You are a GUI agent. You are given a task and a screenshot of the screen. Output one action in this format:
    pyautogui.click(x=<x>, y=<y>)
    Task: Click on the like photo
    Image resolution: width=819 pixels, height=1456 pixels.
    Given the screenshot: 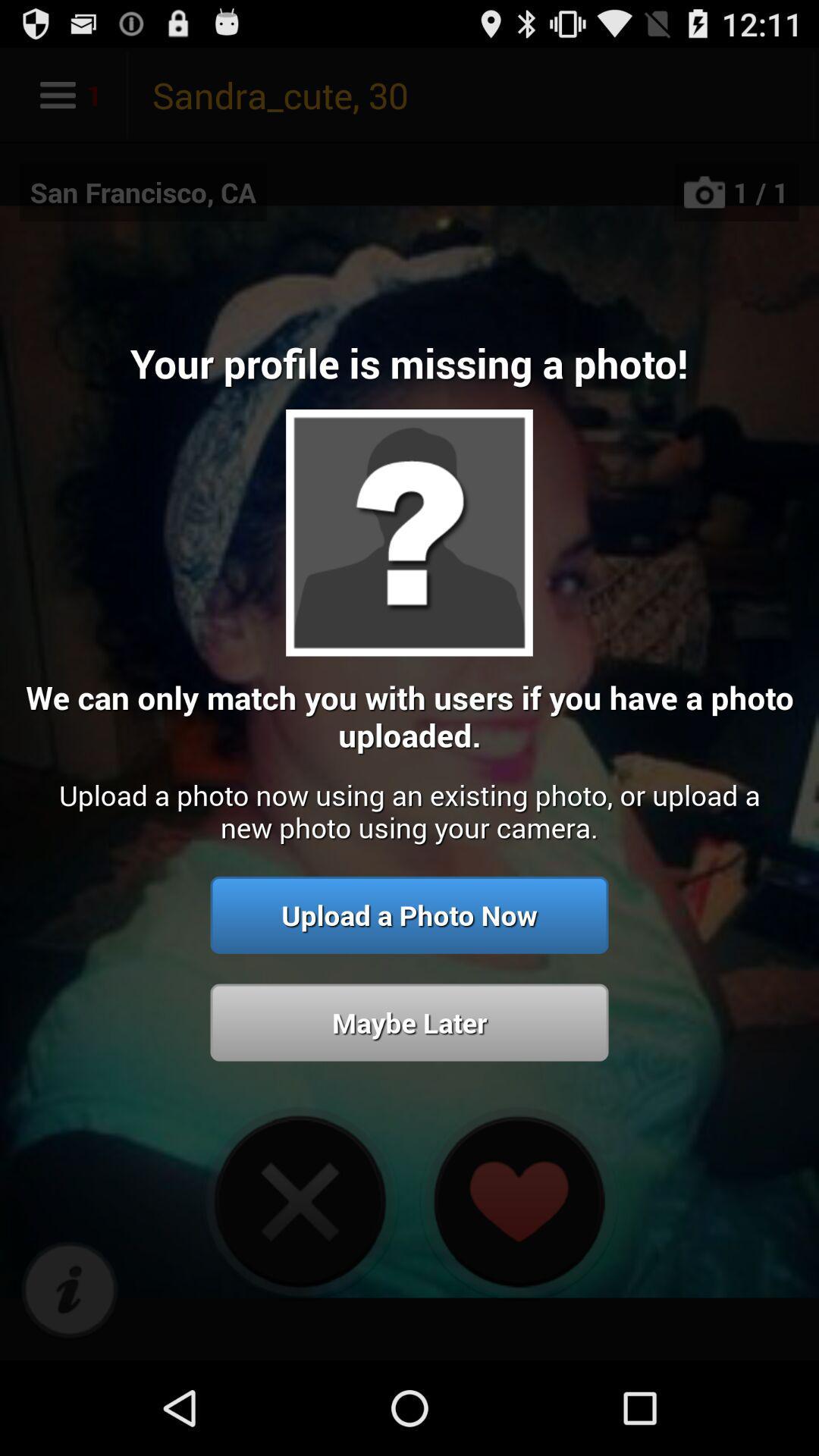 What is the action you would take?
    pyautogui.click(x=517, y=1200)
    